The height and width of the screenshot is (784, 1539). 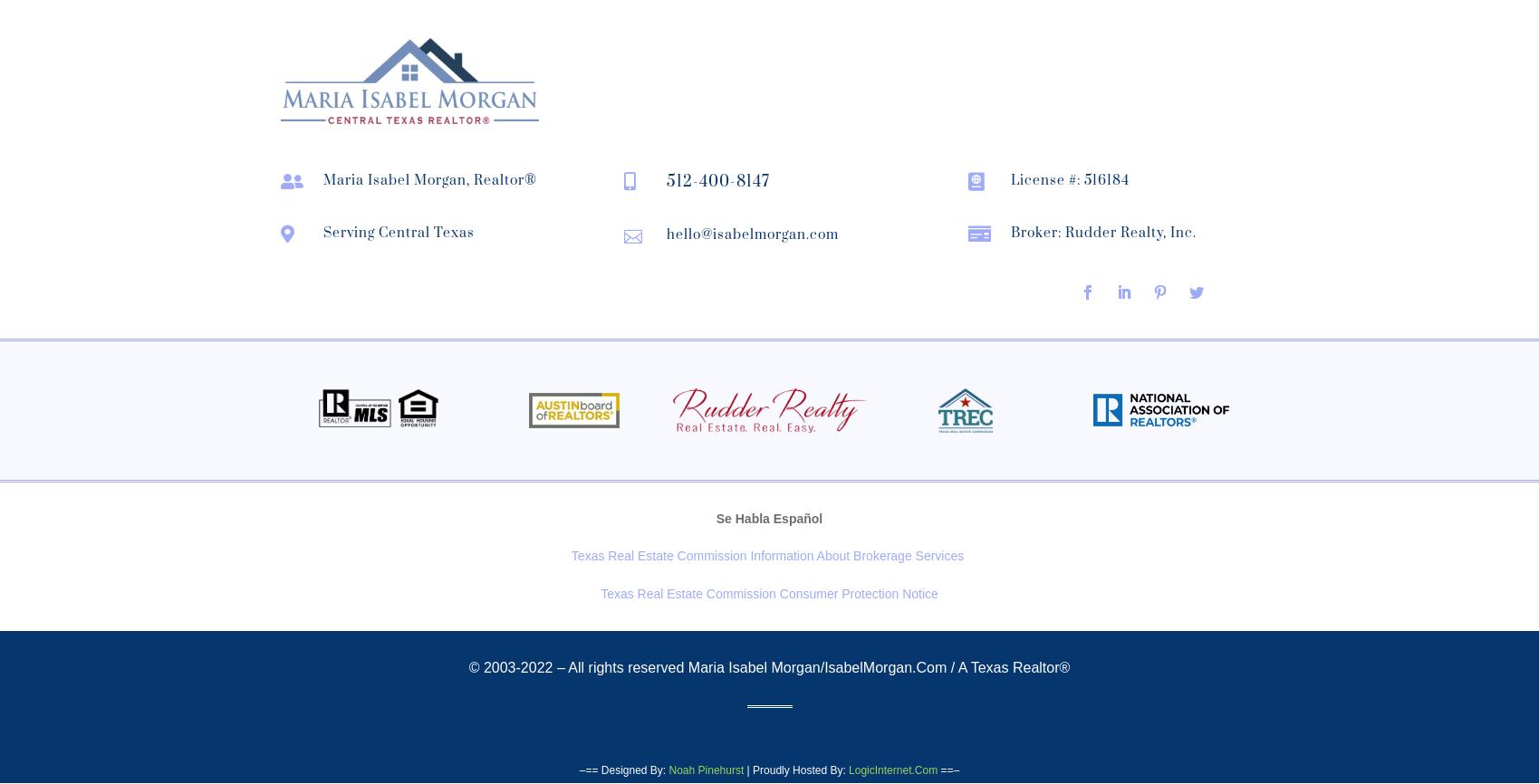 I want to click on 'hello@isabelmorgan.com', so click(x=752, y=234).